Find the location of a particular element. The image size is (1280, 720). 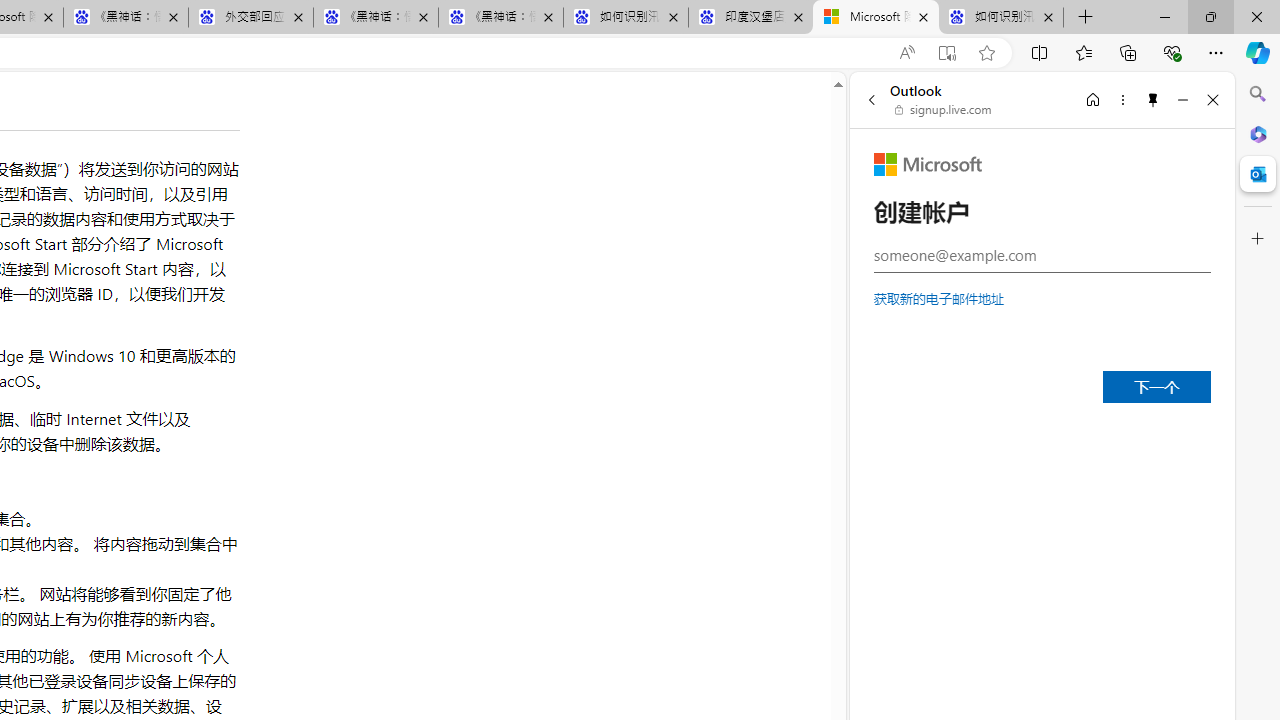

'Home' is located at coordinates (1092, 99).